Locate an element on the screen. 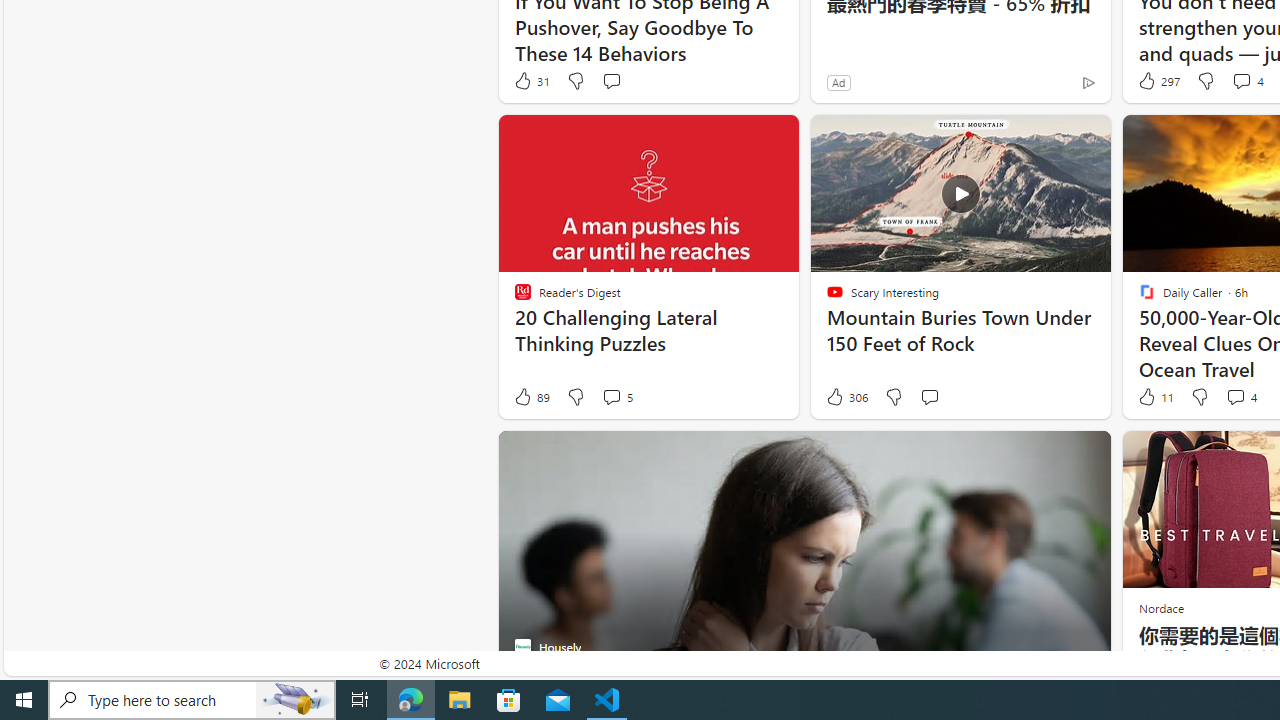  '306 Like' is located at coordinates (846, 397).